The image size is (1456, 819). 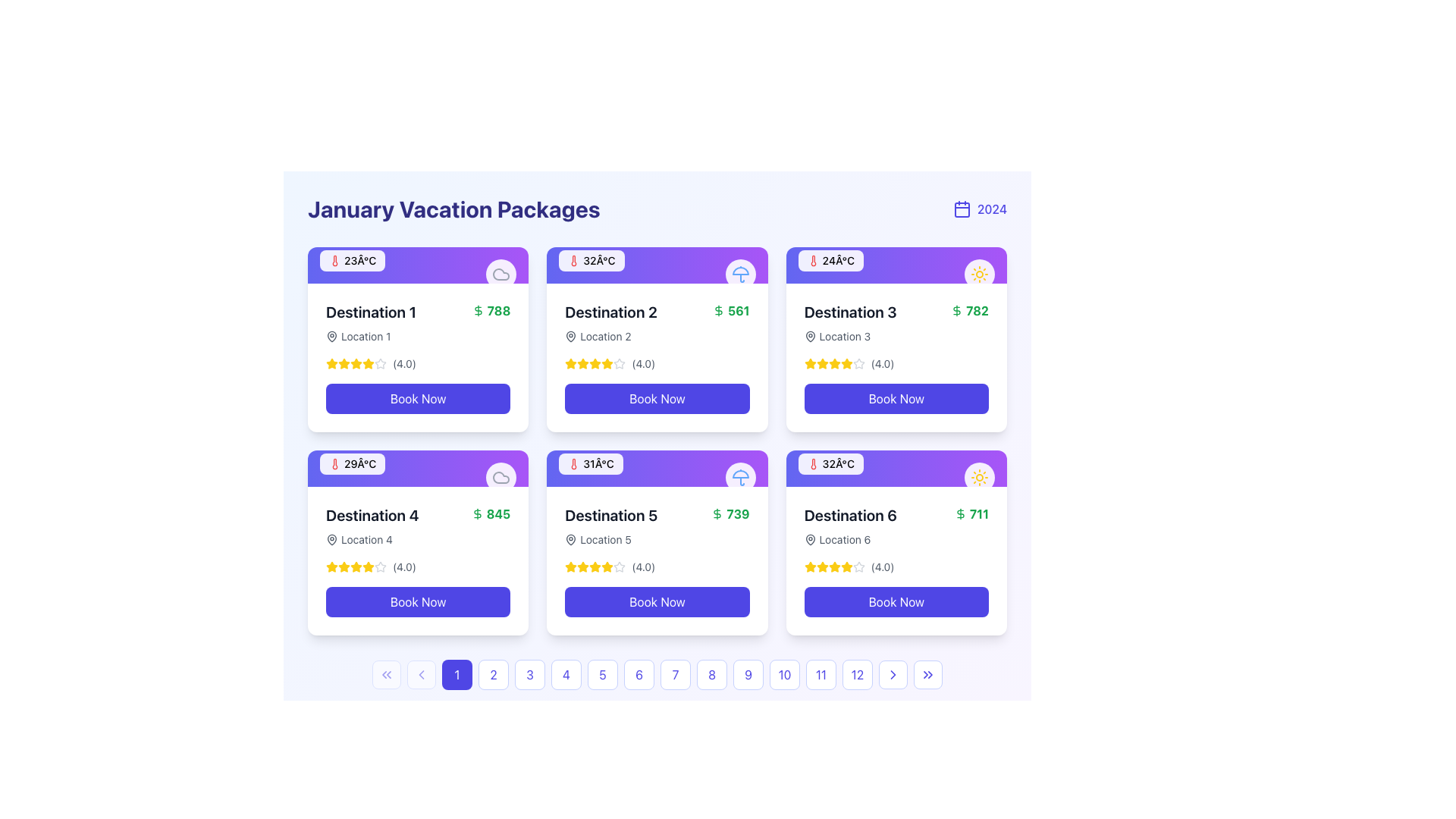 I want to click on the textual header and subtext group that identifies the travel package's destination name and location, which is located on the third card in the first row of the grid layout, so click(x=850, y=322).